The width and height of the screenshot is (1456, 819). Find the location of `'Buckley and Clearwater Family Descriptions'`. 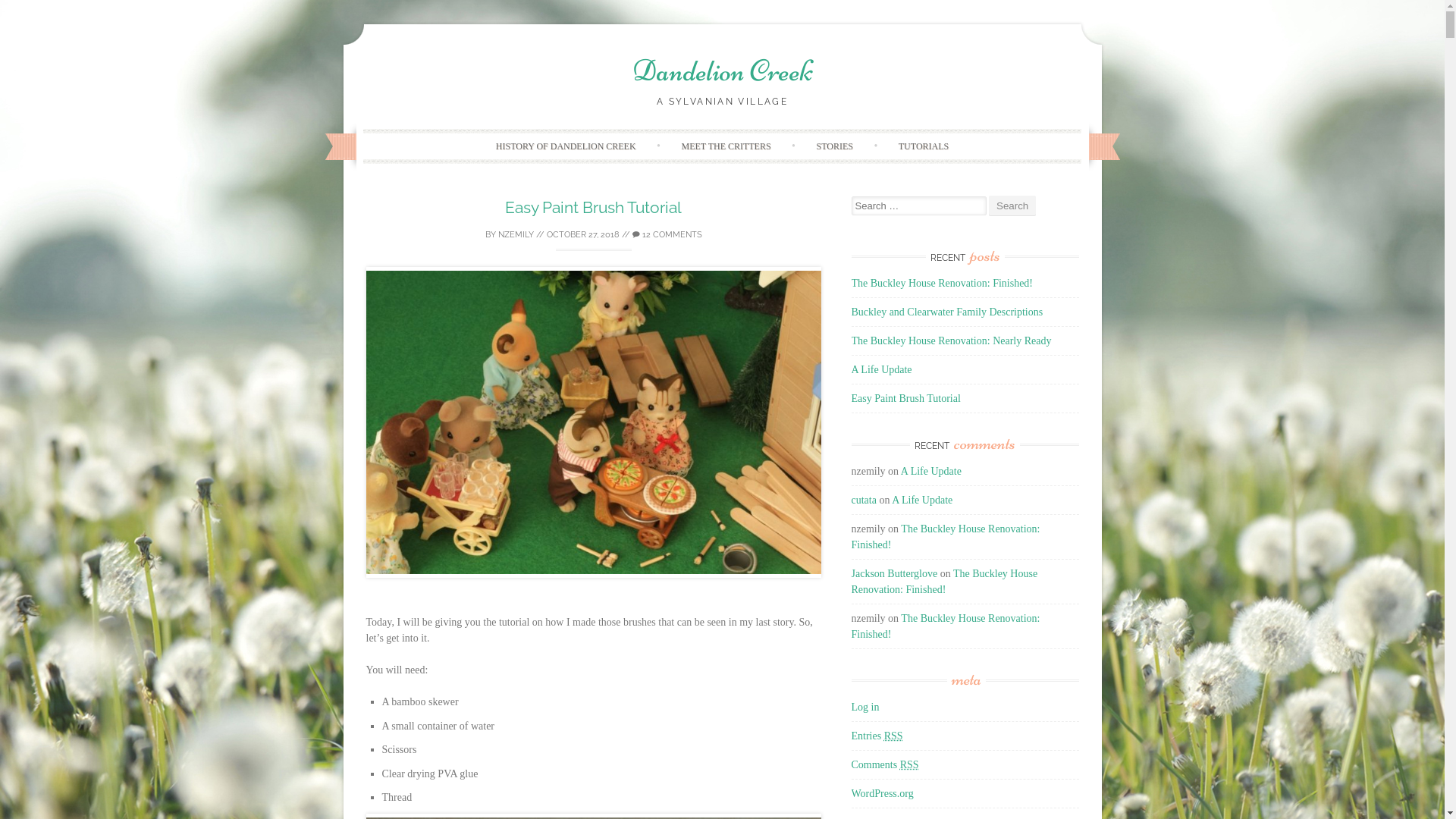

'Buckley and Clearwater Family Descriptions' is located at coordinates (946, 311).